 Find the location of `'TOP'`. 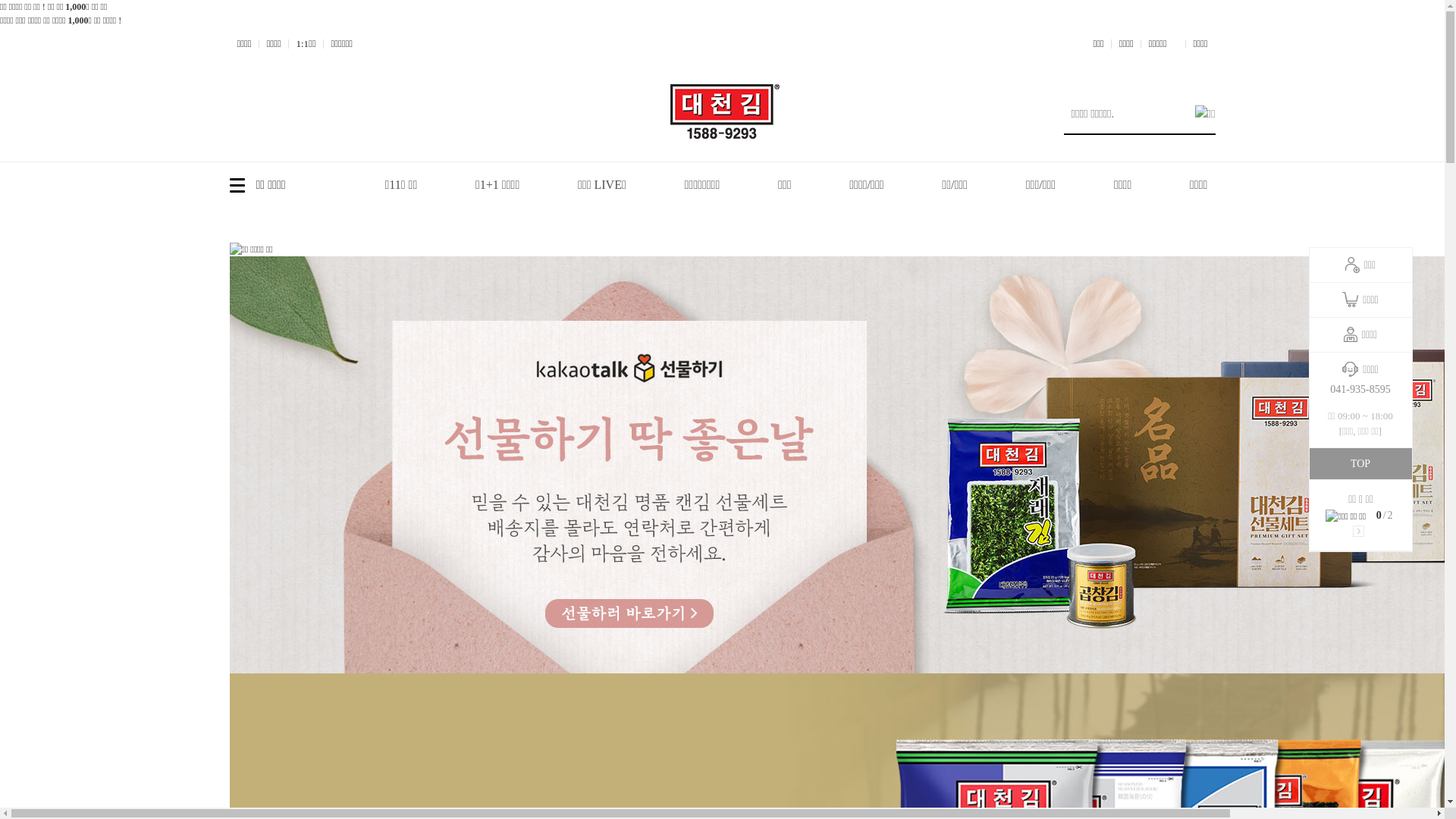

'TOP' is located at coordinates (1360, 463).